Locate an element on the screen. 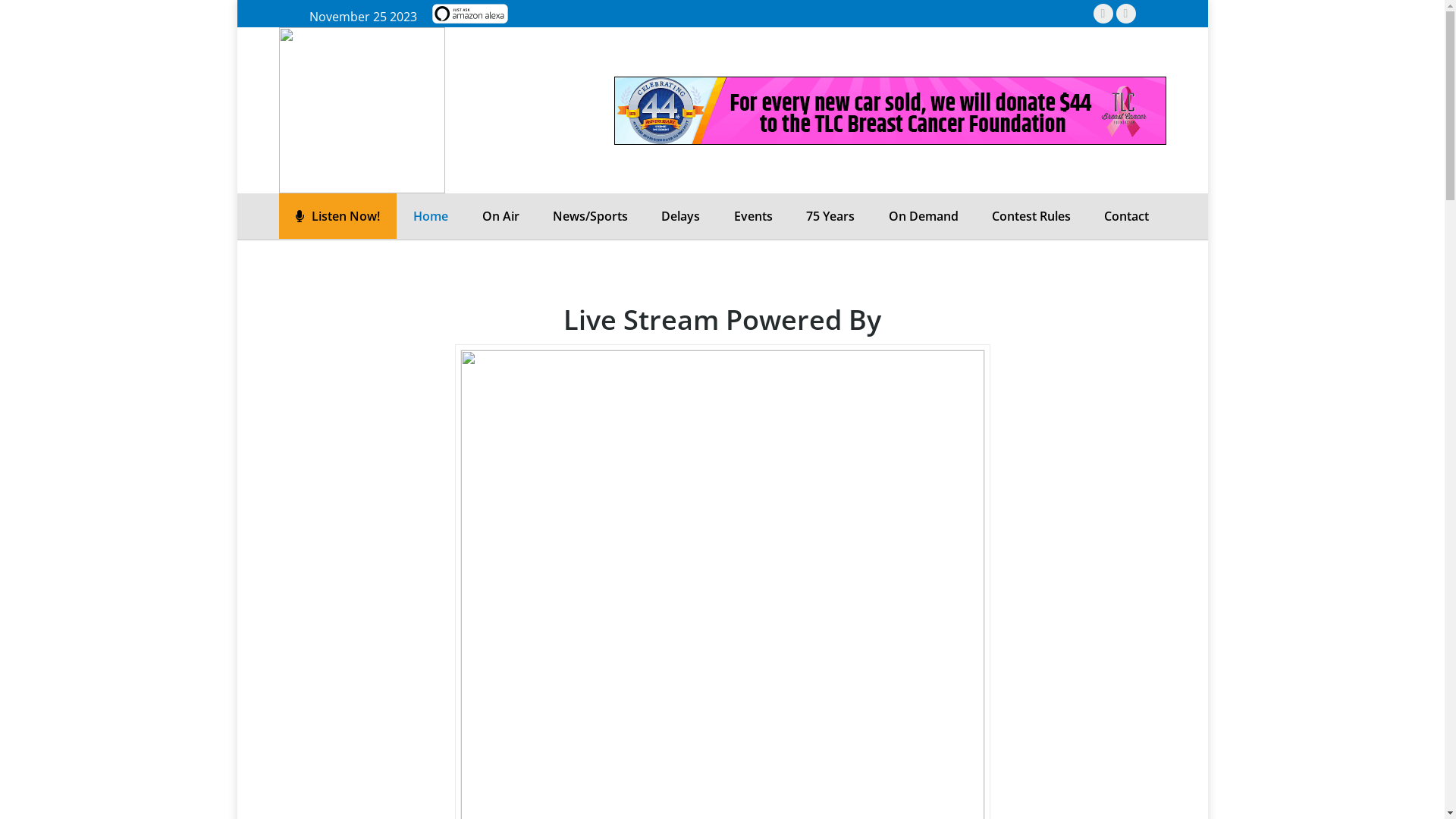  'Listen Now!' is located at coordinates (336, 216).